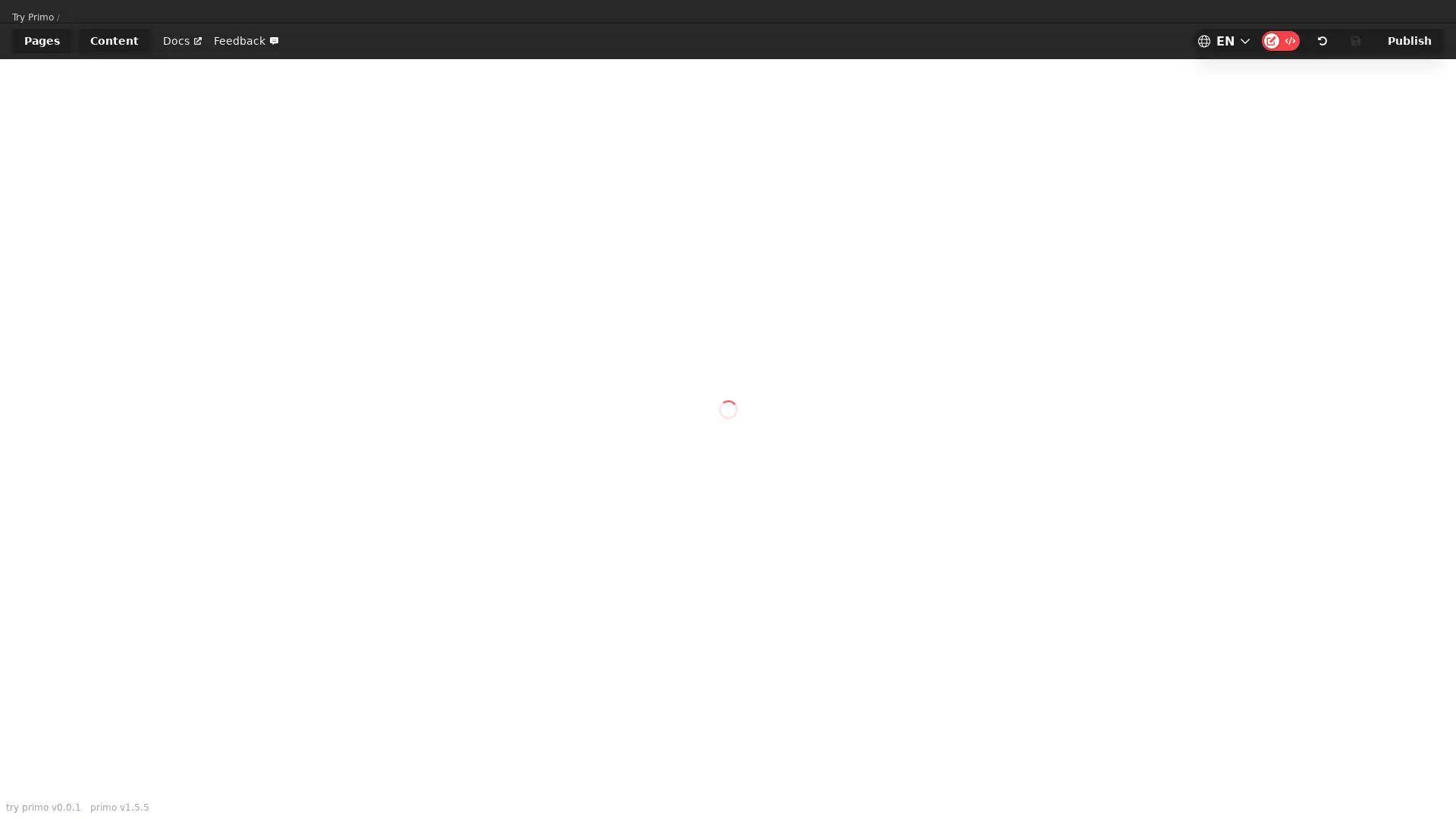  What do you see at coordinates (1223, 40) in the screenshot?
I see `EN` at bounding box center [1223, 40].